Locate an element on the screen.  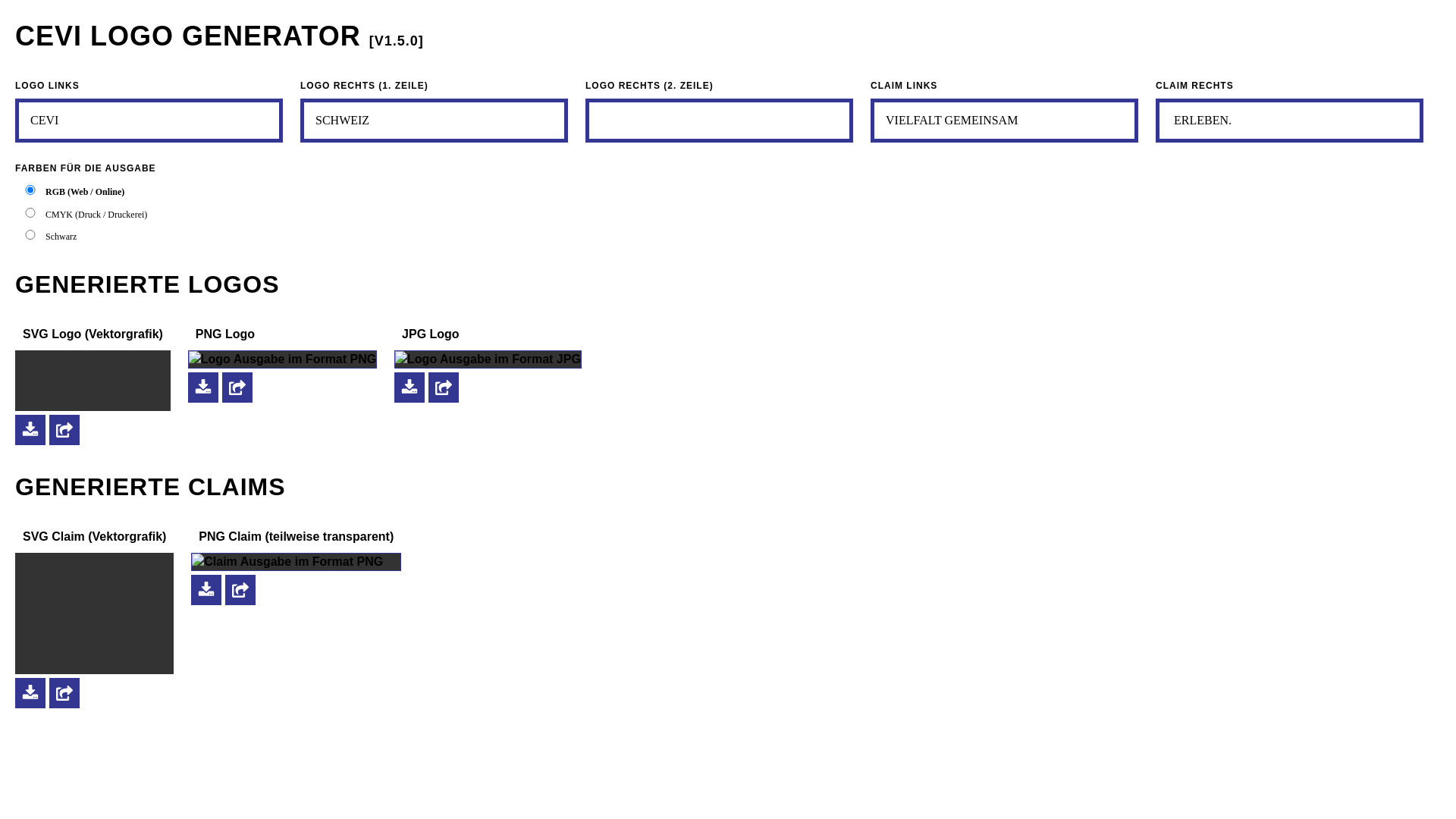
'Download PNG Logo' is located at coordinates (202, 385).